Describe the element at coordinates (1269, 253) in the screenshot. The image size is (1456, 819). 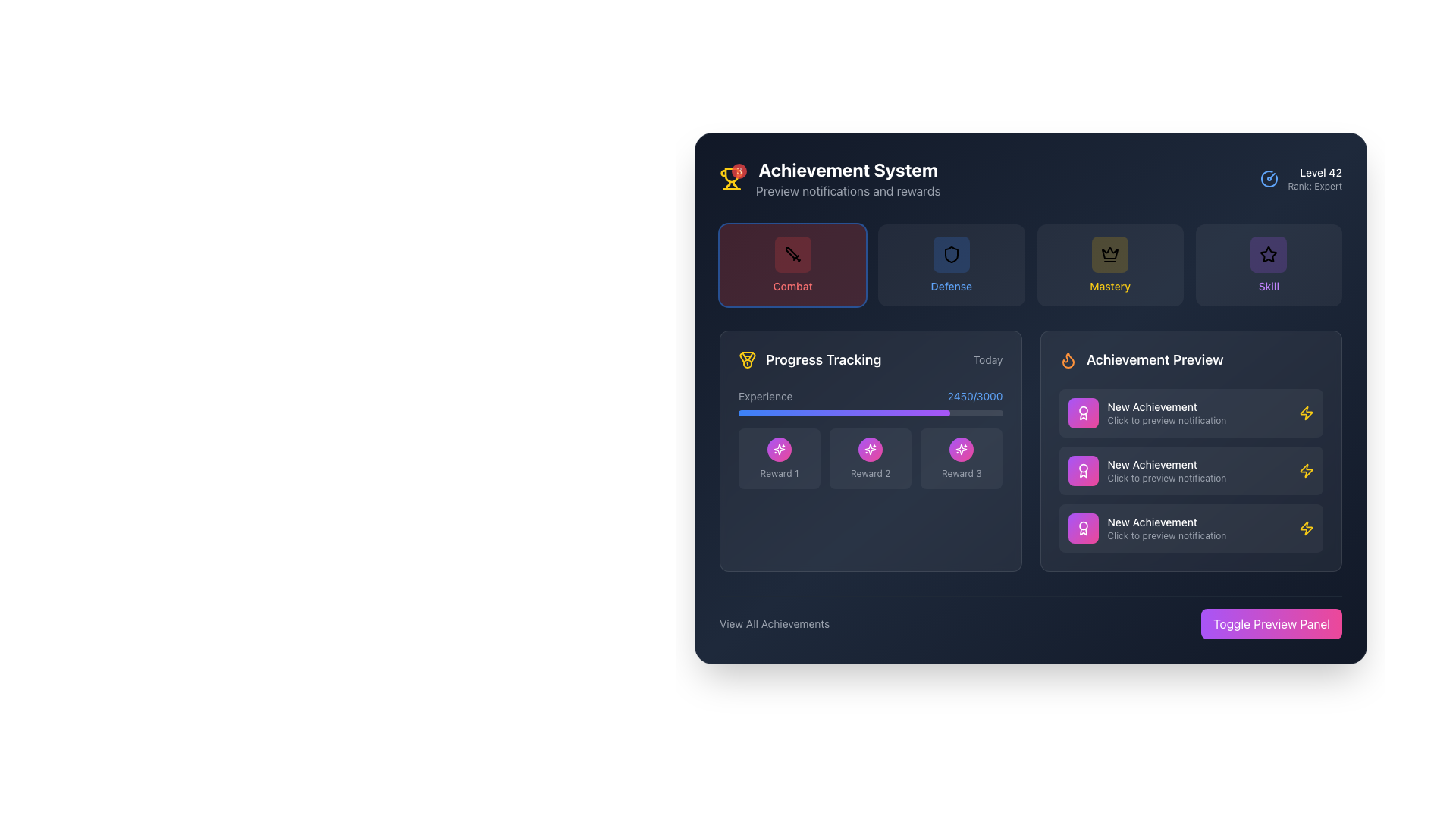
I see `the star icon in the top-right quadrant of the interface, which represents a specific skill or achievement category, to visually identify the associated section` at that location.